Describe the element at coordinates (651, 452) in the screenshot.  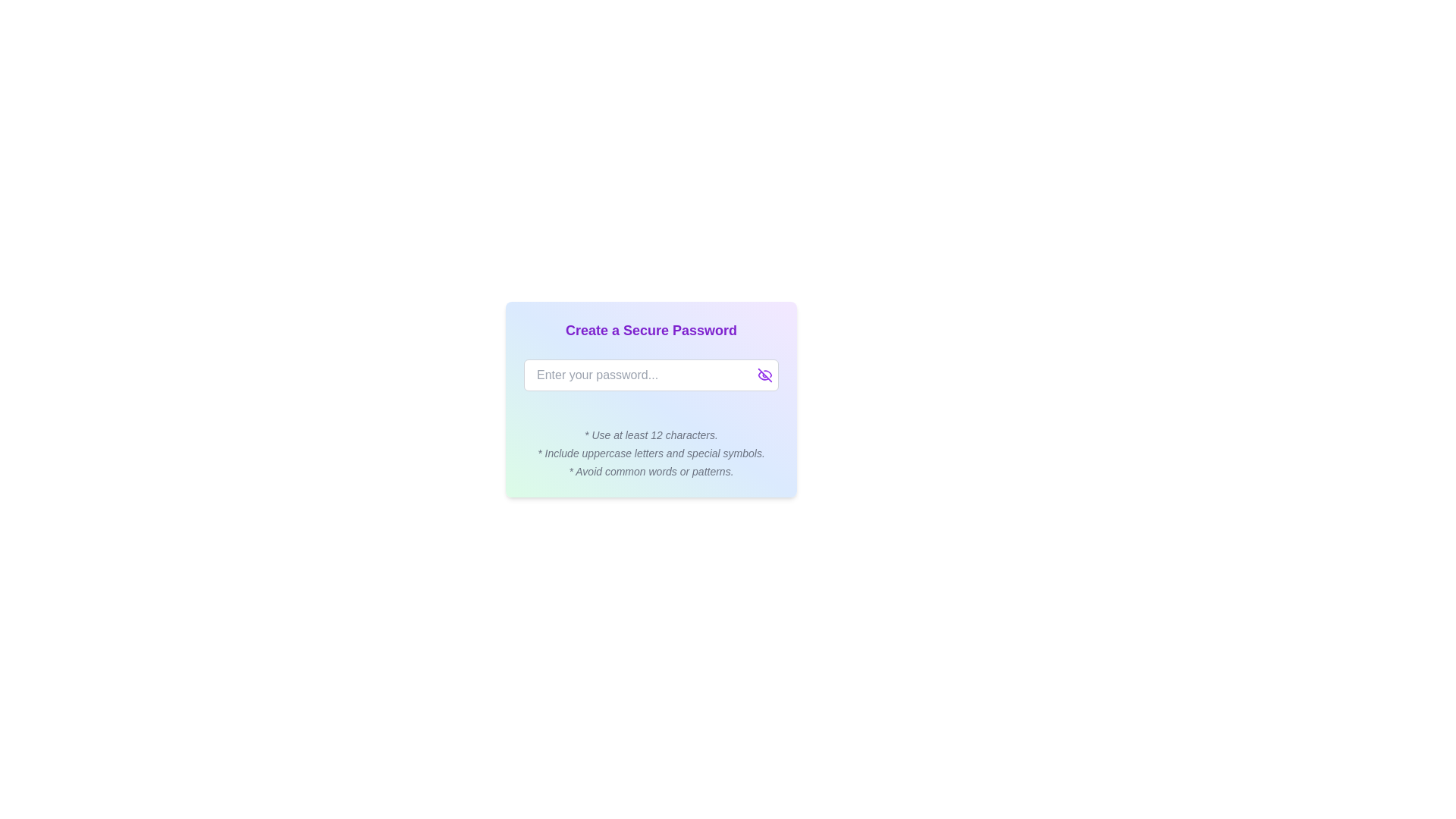
I see `text of the second line in the password creation guidelines, which advises users to include uppercase letters and special symbols for enhanced security` at that location.